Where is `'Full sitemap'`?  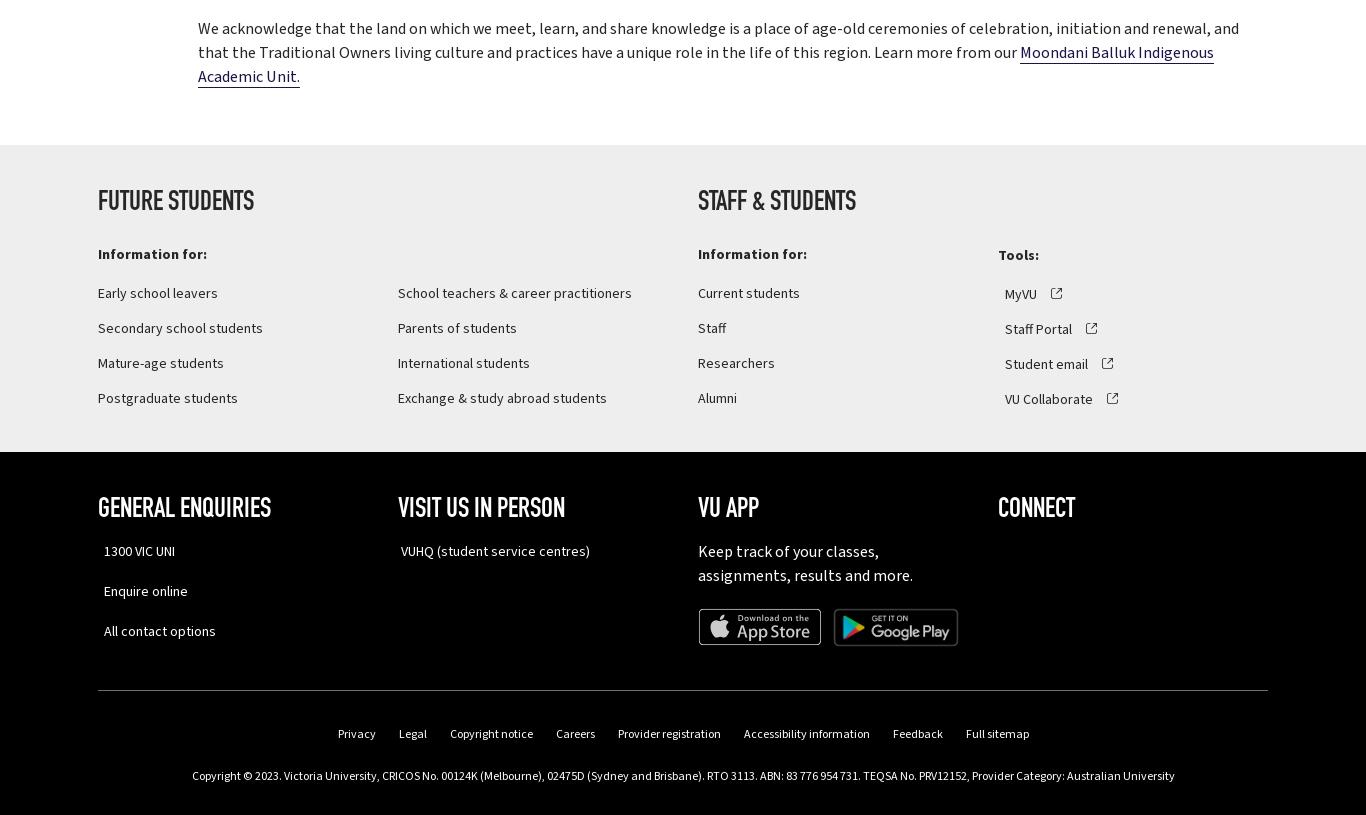
'Full sitemap' is located at coordinates (996, 734).